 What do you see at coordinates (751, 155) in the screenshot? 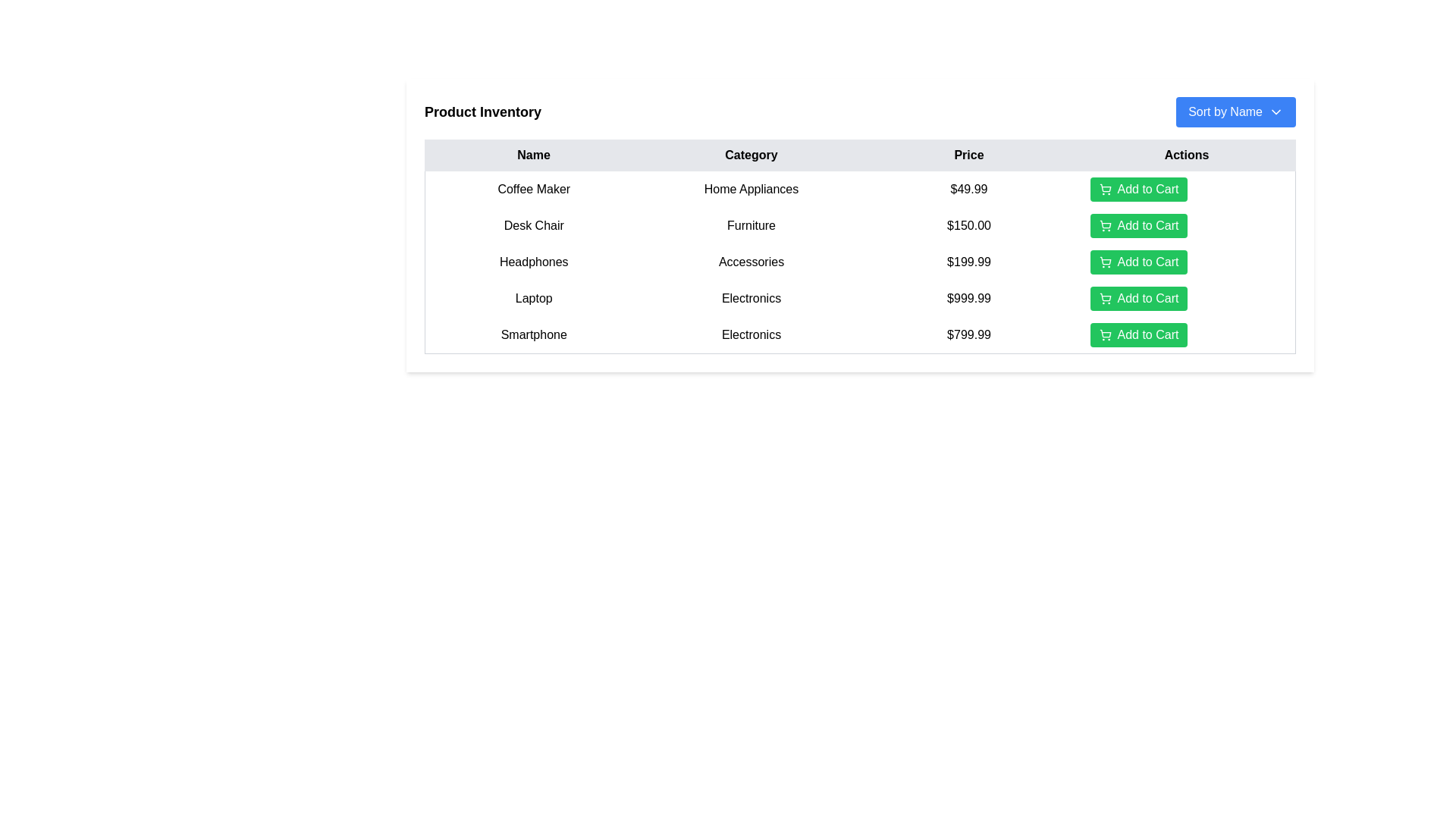
I see `the table header cell labeled 'Category' which is the second column header in a table, centered in a light gray background` at bounding box center [751, 155].